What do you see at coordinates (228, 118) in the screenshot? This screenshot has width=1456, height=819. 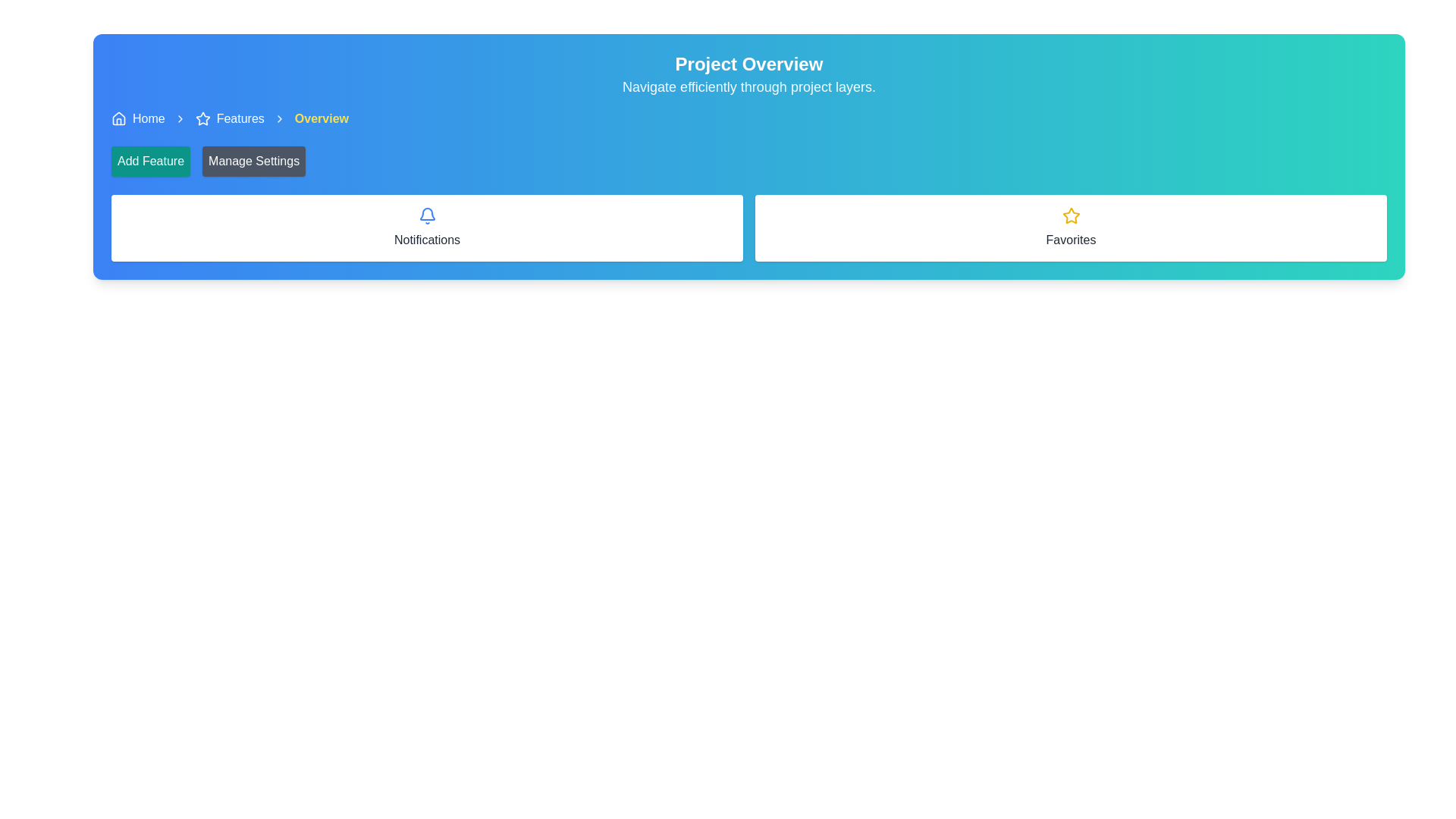 I see `the Breadcrumb navigation link that includes a star-shaped icon and the text 'Features', which is styled with a blue background and white text, positioned between 'Home' and 'Overview'` at bounding box center [228, 118].